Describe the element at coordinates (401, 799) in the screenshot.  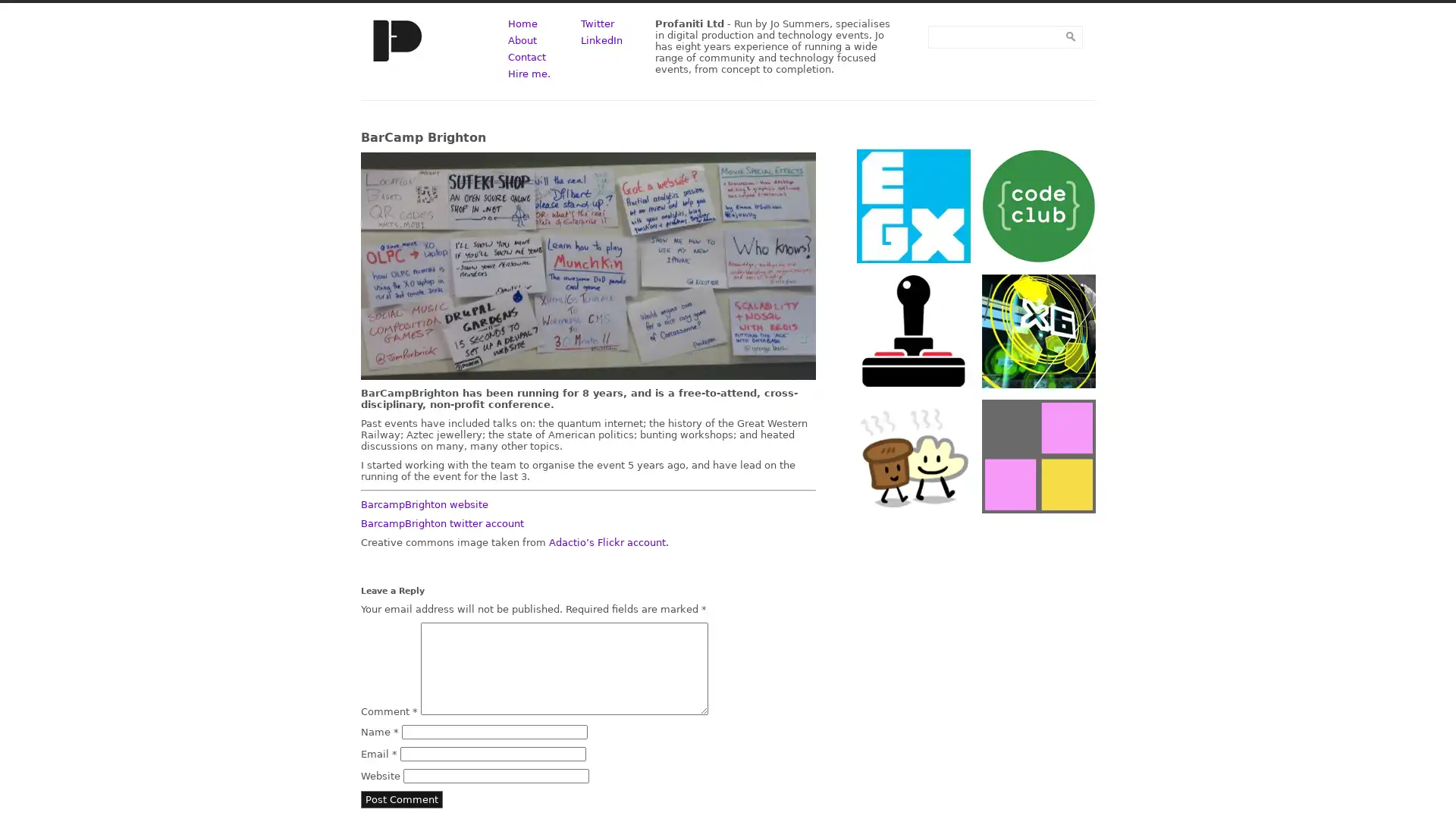
I see `Post Comment` at that location.